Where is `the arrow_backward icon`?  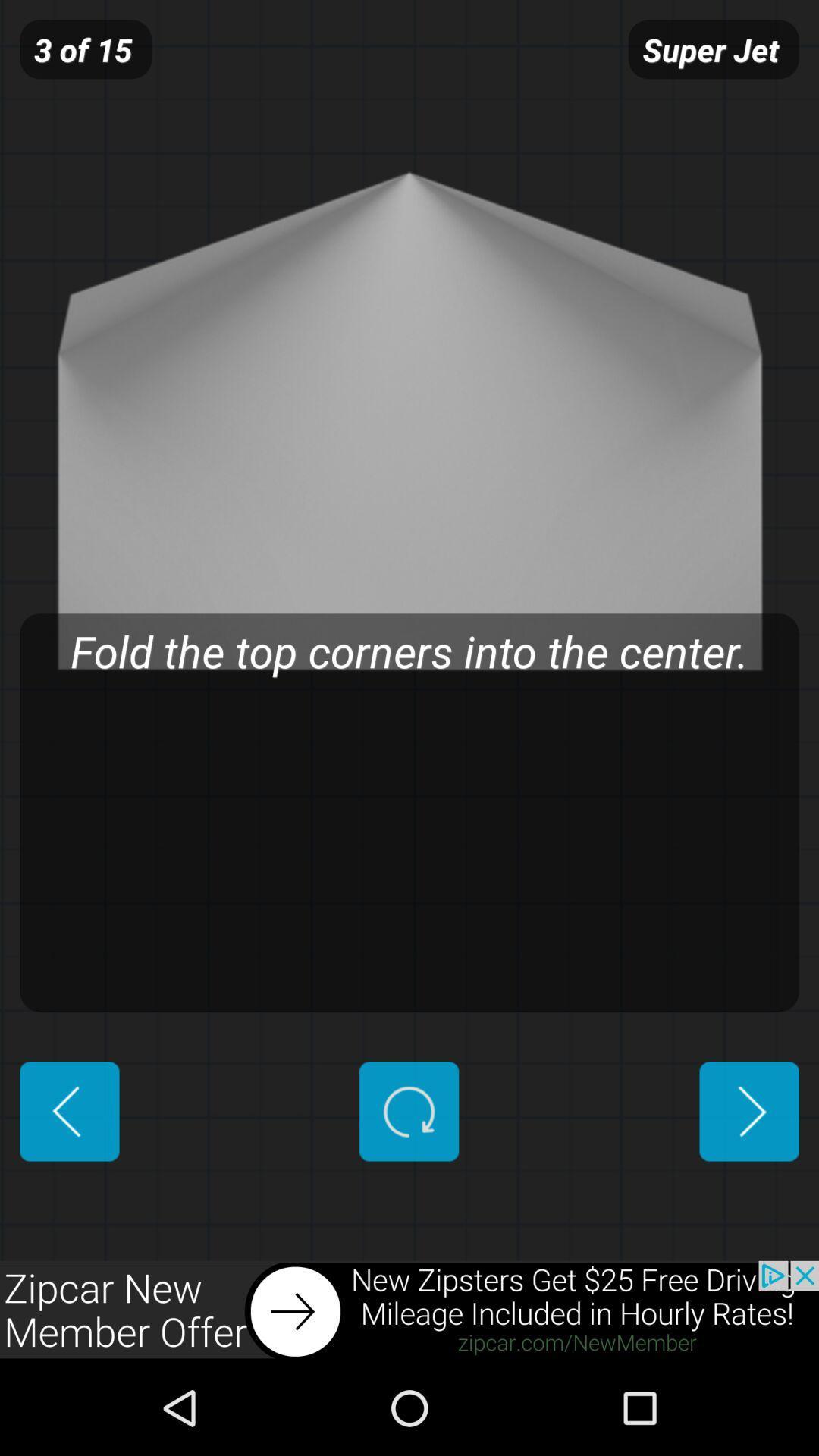 the arrow_backward icon is located at coordinates (69, 1188).